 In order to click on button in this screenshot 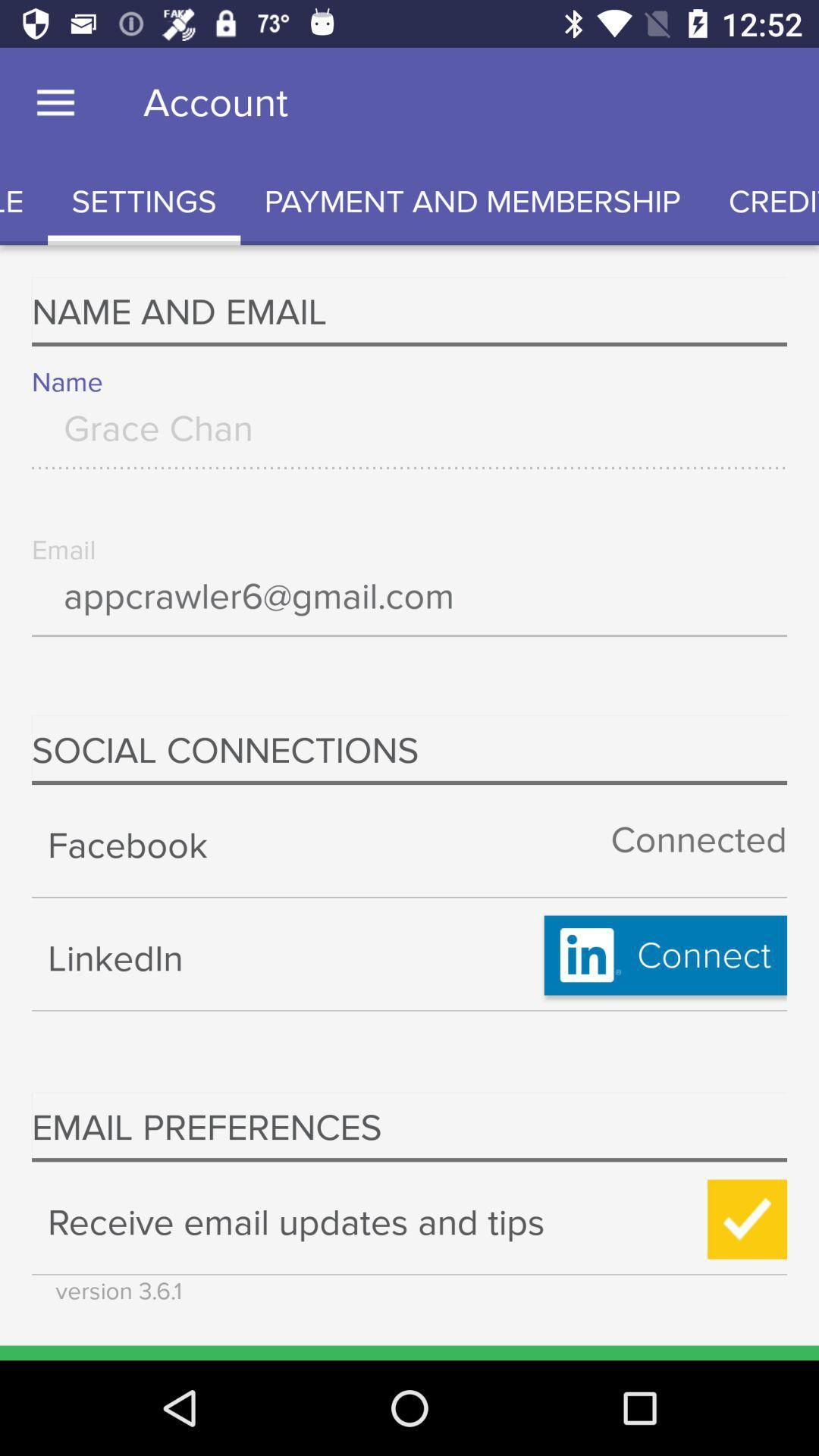, I will do `click(746, 1219)`.